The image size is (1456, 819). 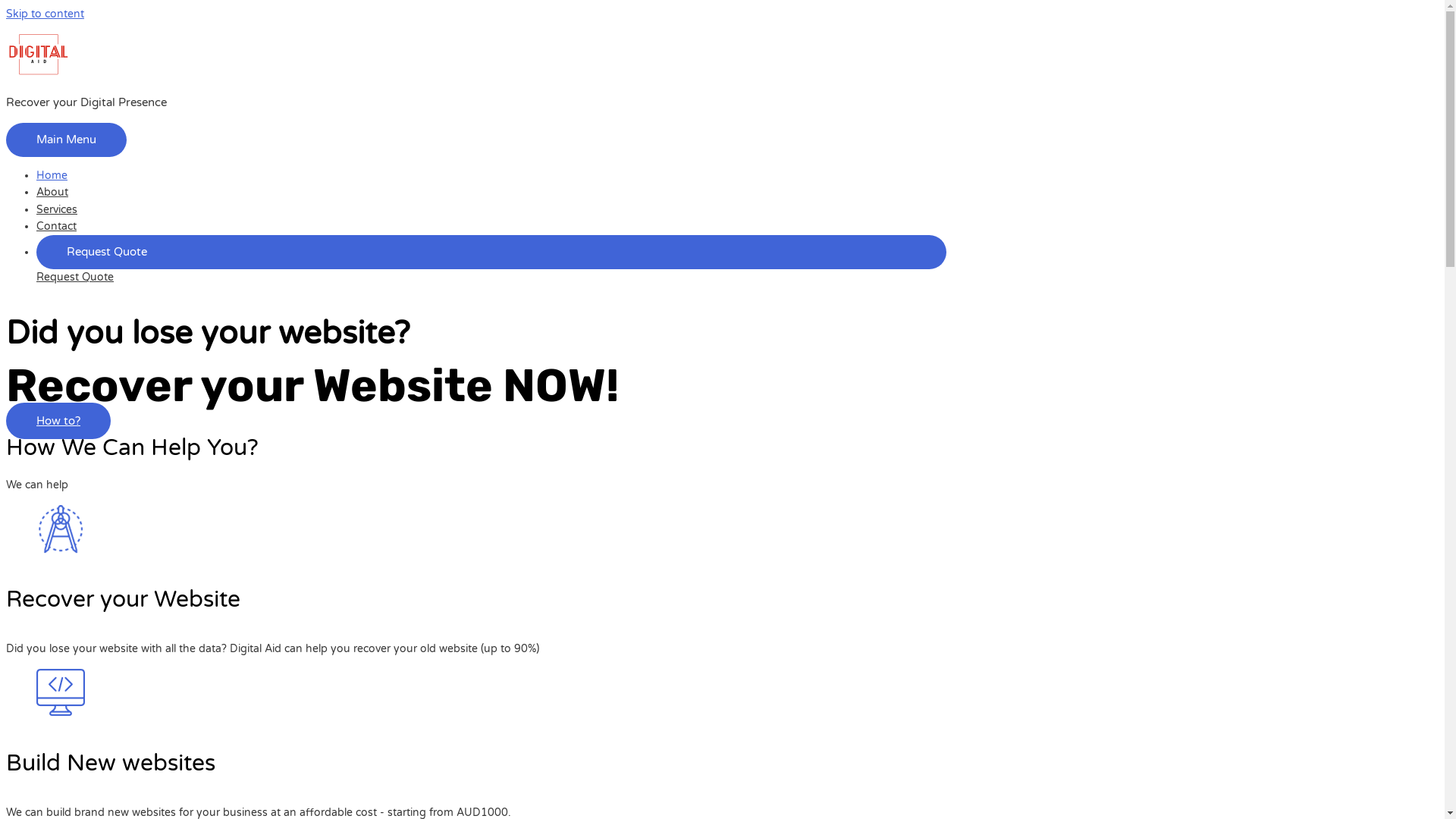 What do you see at coordinates (52, 191) in the screenshot?
I see `'About'` at bounding box center [52, 191].